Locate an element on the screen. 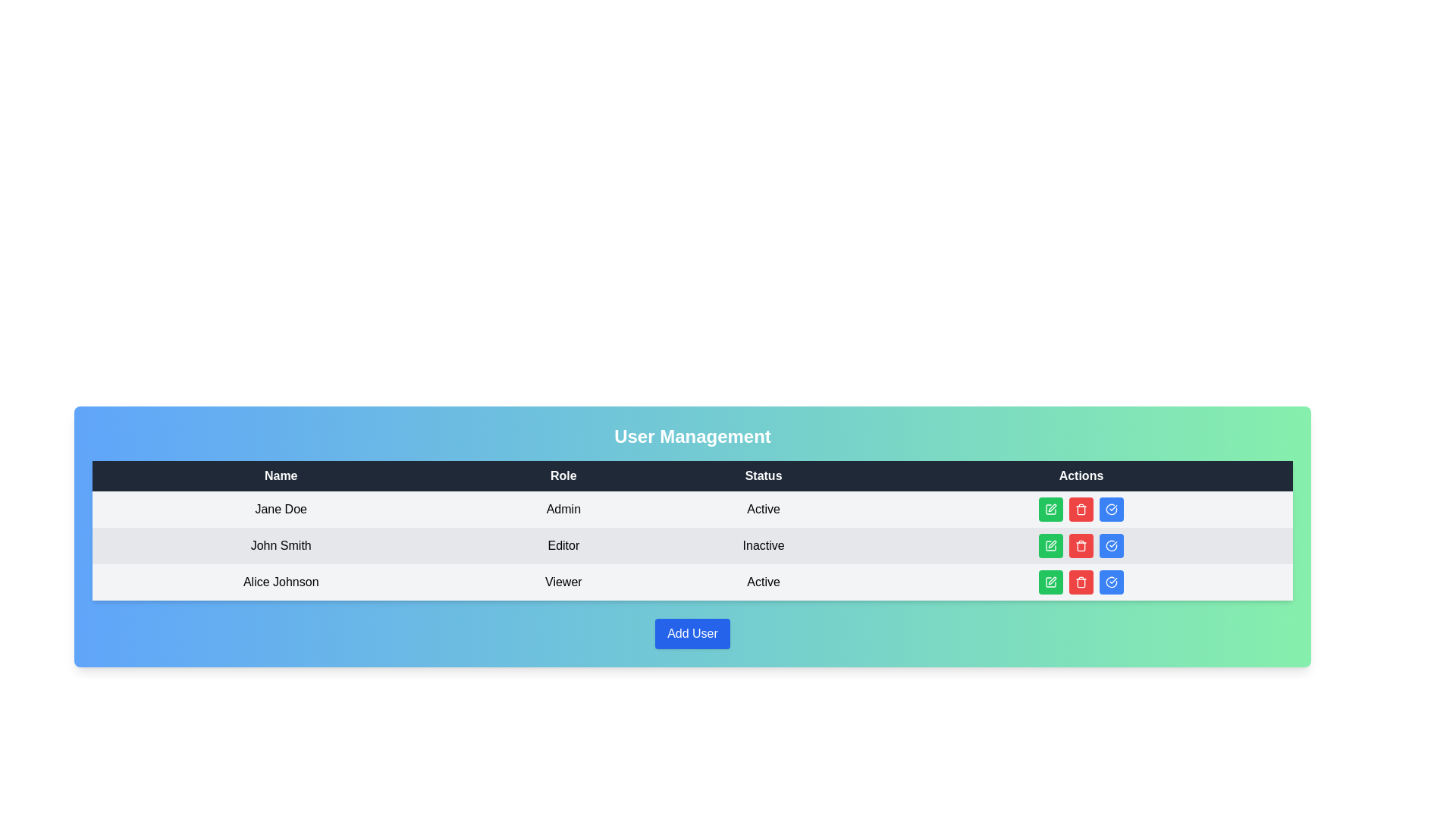  the 'Role' header text in the second column of the table, which is displayed in light-colored font on a dark background is located at coordinates (563, 475).